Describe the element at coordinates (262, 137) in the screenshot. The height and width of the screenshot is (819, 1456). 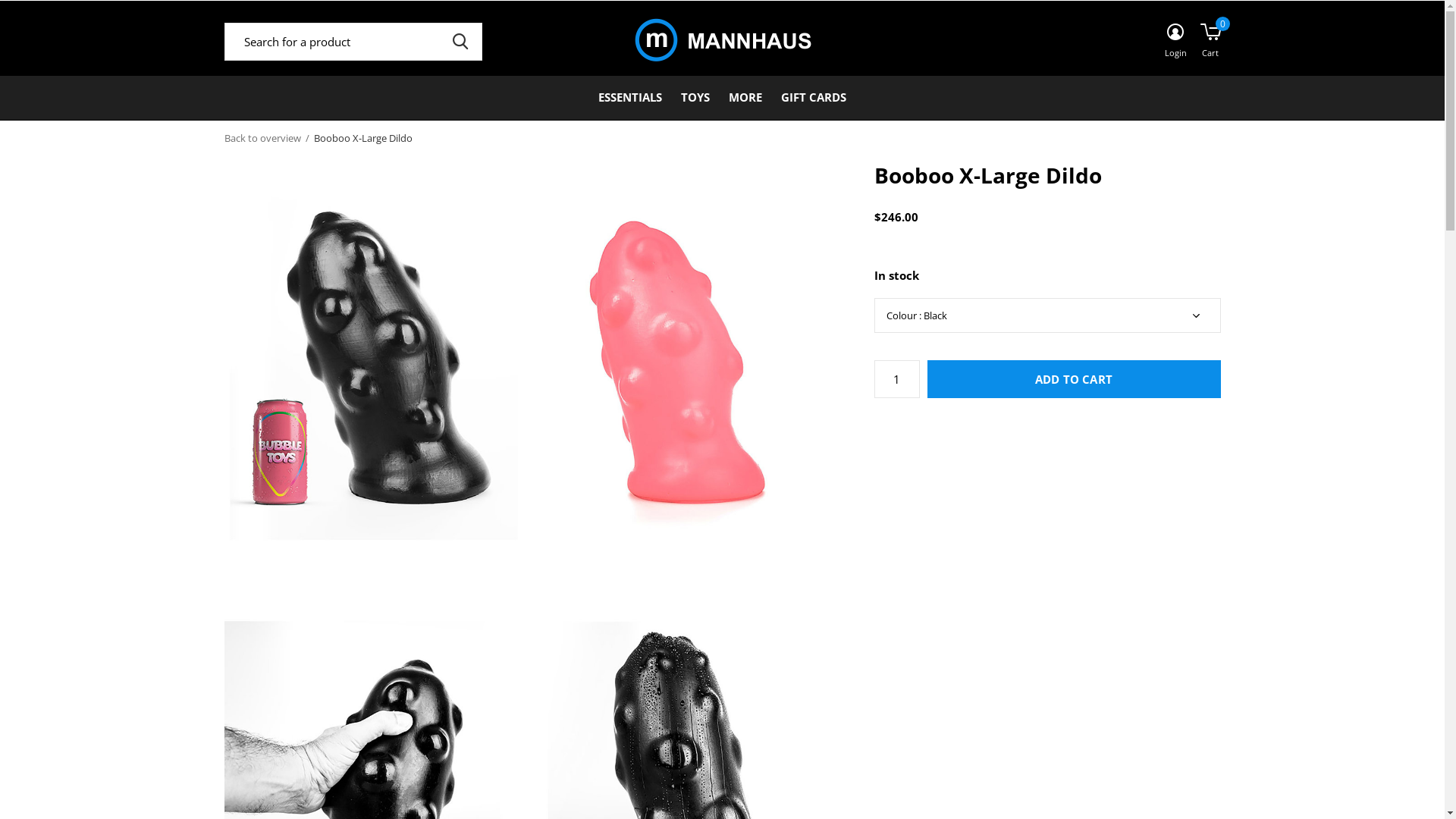
I see `'Back to overview'` at that location.